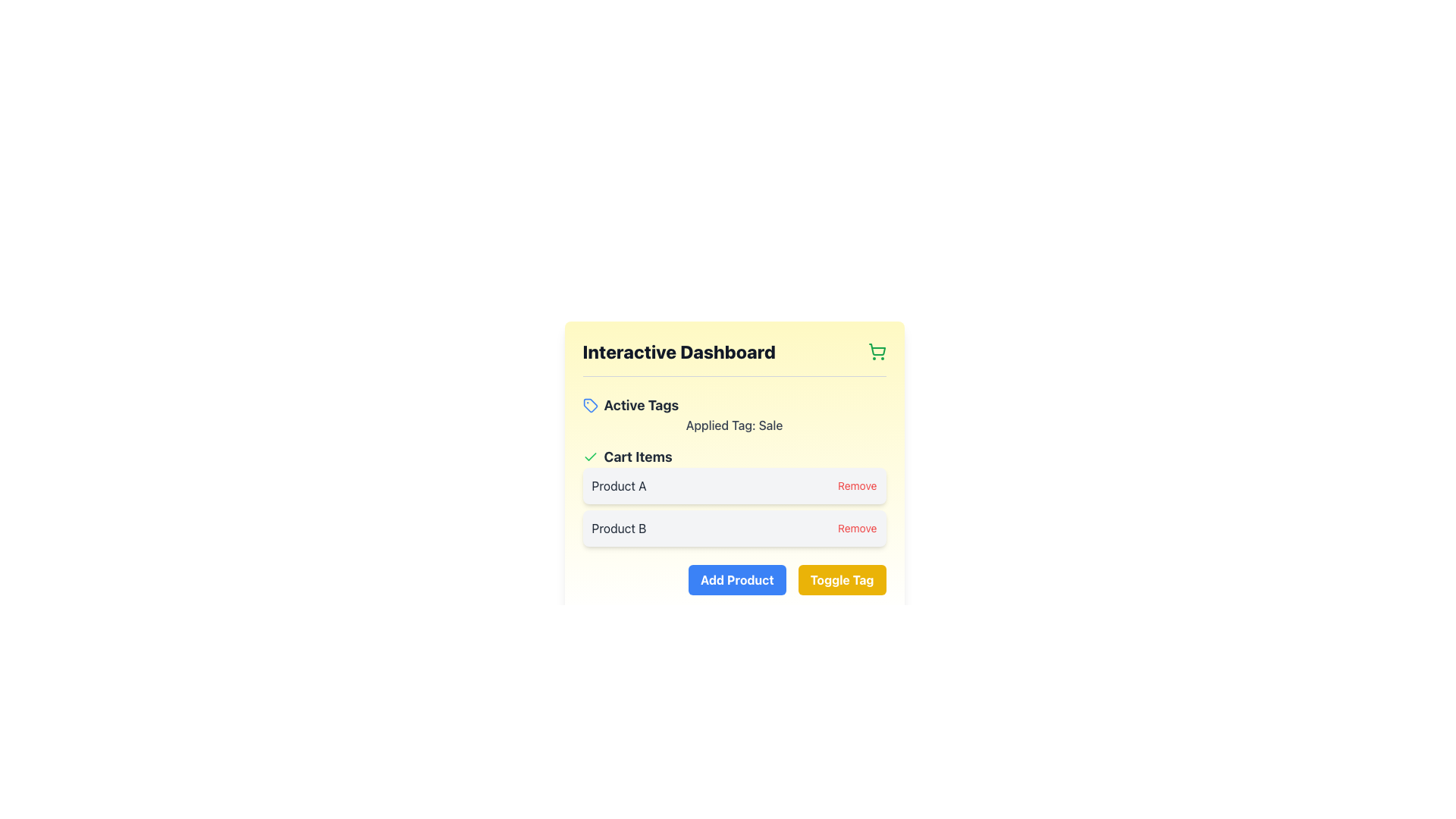 The height and width of the screenshot is (819, 1456). What do you see at coordinates (589, 405) in the screenshot?
I see `the blue-colored tag icon located to the left of the 'Active Tags' title within the section header` at bounding box center [589, 405].